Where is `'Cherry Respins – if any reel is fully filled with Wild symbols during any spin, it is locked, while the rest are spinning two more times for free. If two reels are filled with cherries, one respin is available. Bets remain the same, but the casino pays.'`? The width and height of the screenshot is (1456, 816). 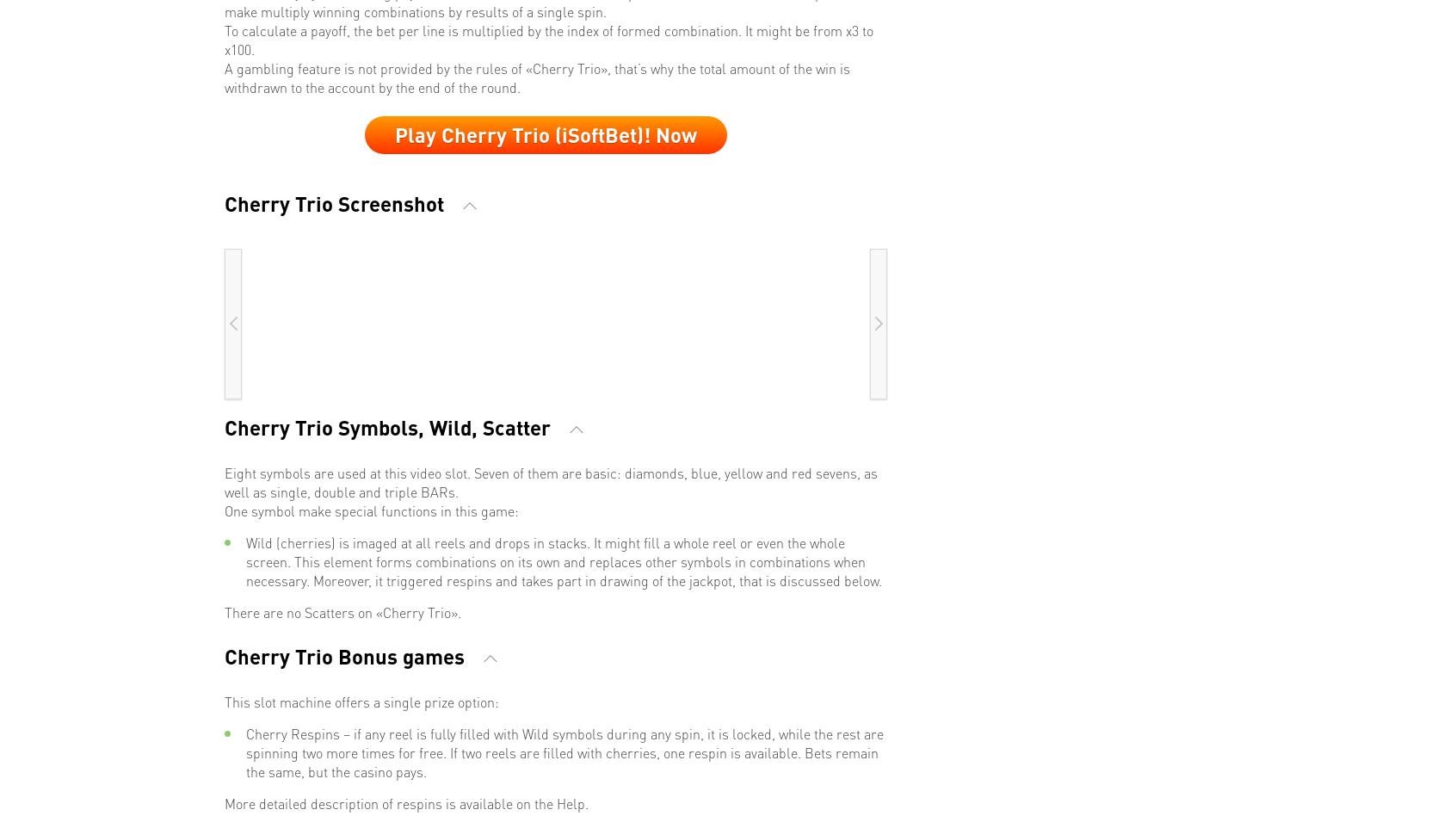
'Cherry Respins – if any reel is fully filled with Wild symbols during any spin, it is locked, while the rest are spinning two more times for free. If two reels are filled with cherries, one respin is available. Bets remain the same, but the casino pays.' is located at coordinates (565, 751).